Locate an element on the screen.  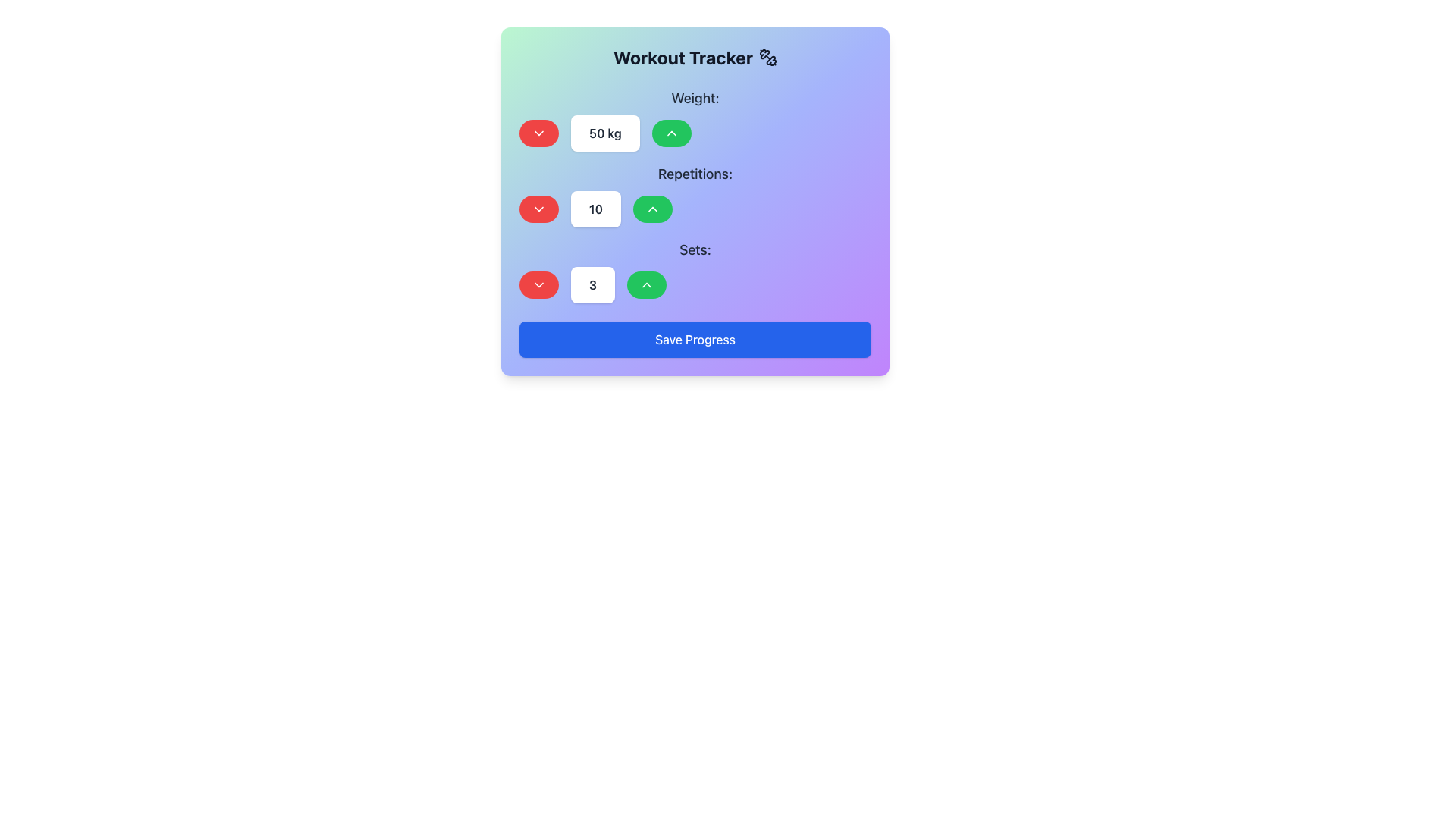
the leftmost button in the horizontal group associated with the 'Weight' field to decrease the displayed weight value is located at coordinates (538, 133).